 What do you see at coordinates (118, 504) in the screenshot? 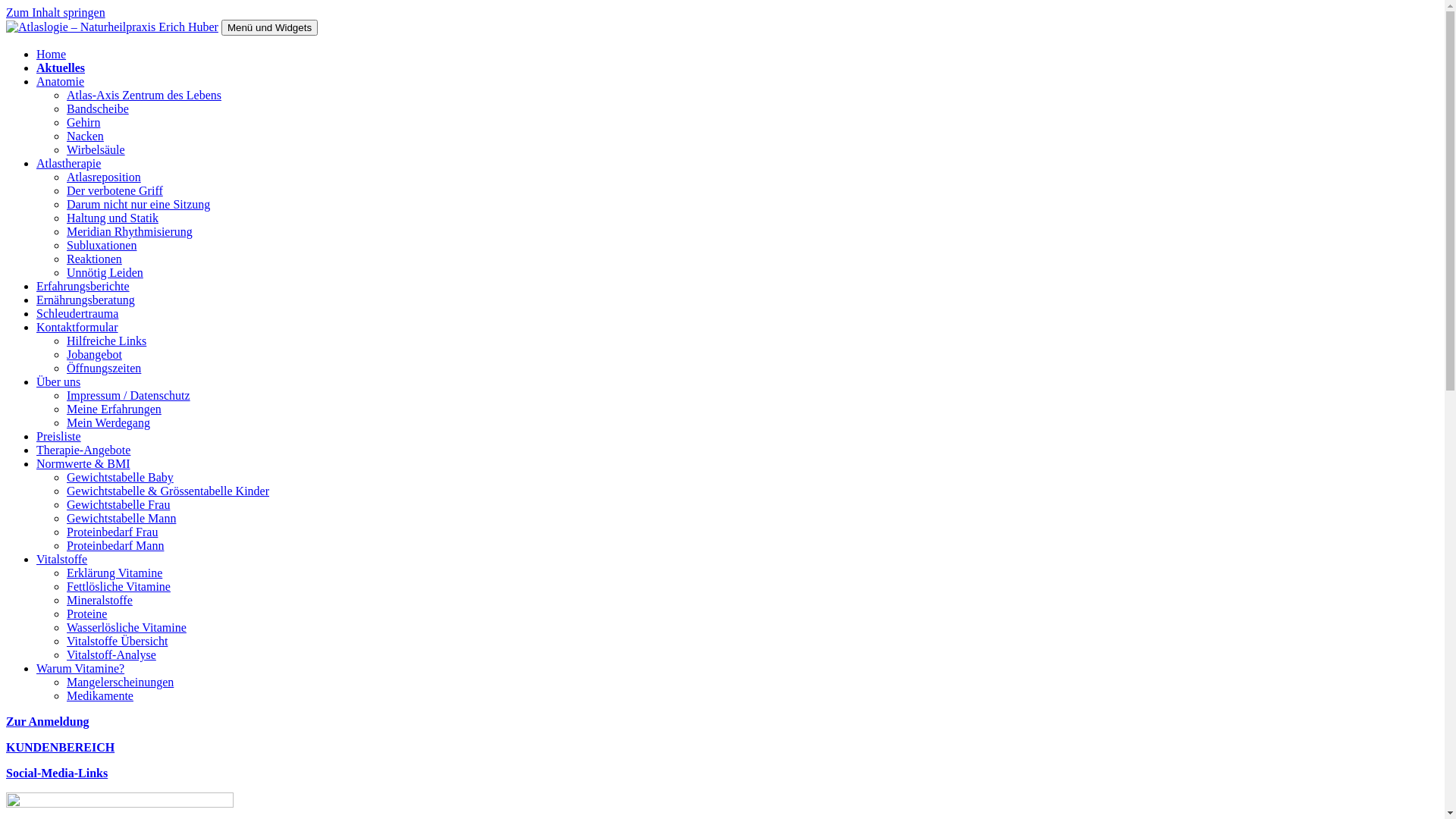
I see `'Gewichtstabelle Frau'` at bounding box center [118, 504].